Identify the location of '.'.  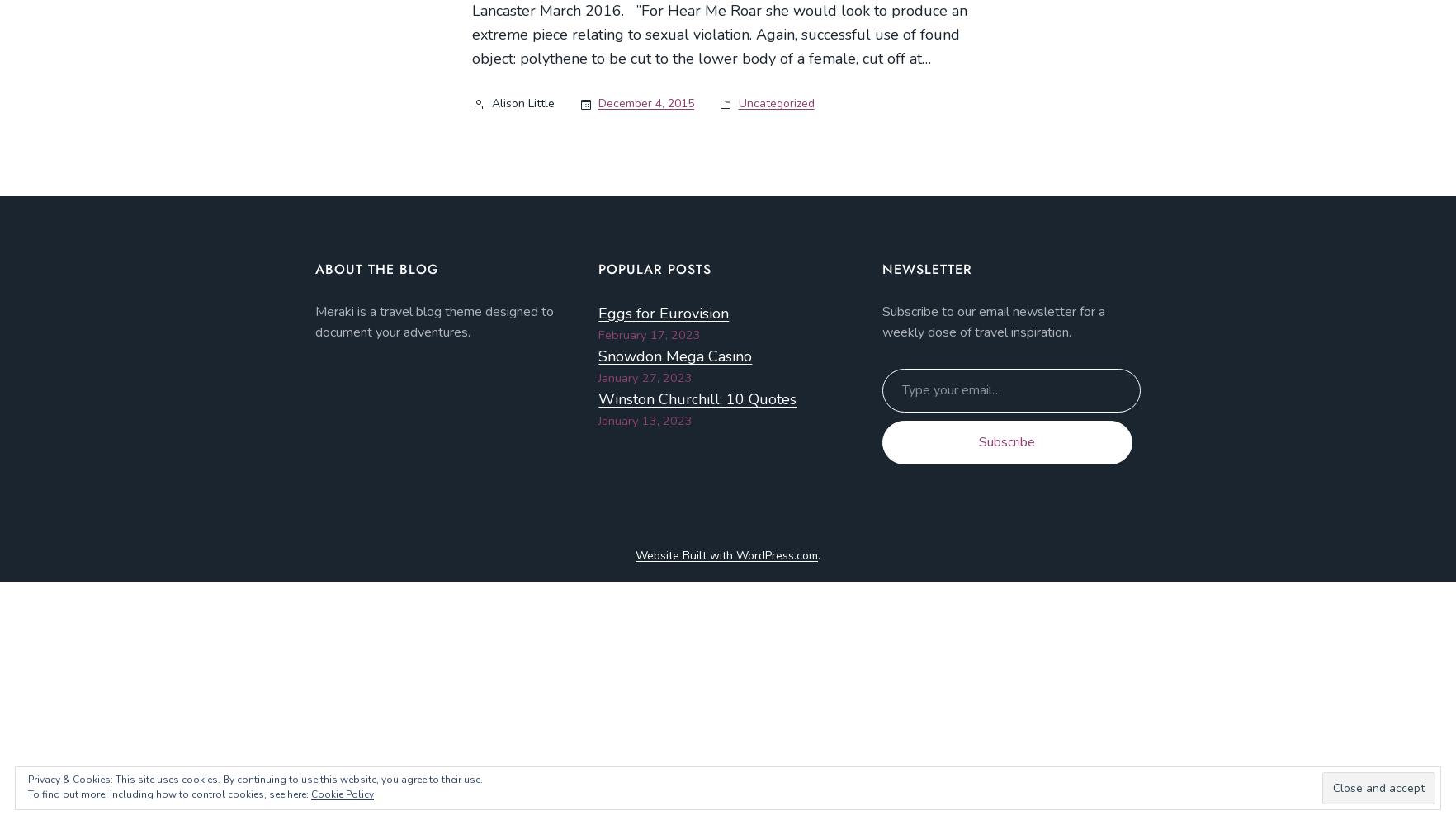
(819, 554).